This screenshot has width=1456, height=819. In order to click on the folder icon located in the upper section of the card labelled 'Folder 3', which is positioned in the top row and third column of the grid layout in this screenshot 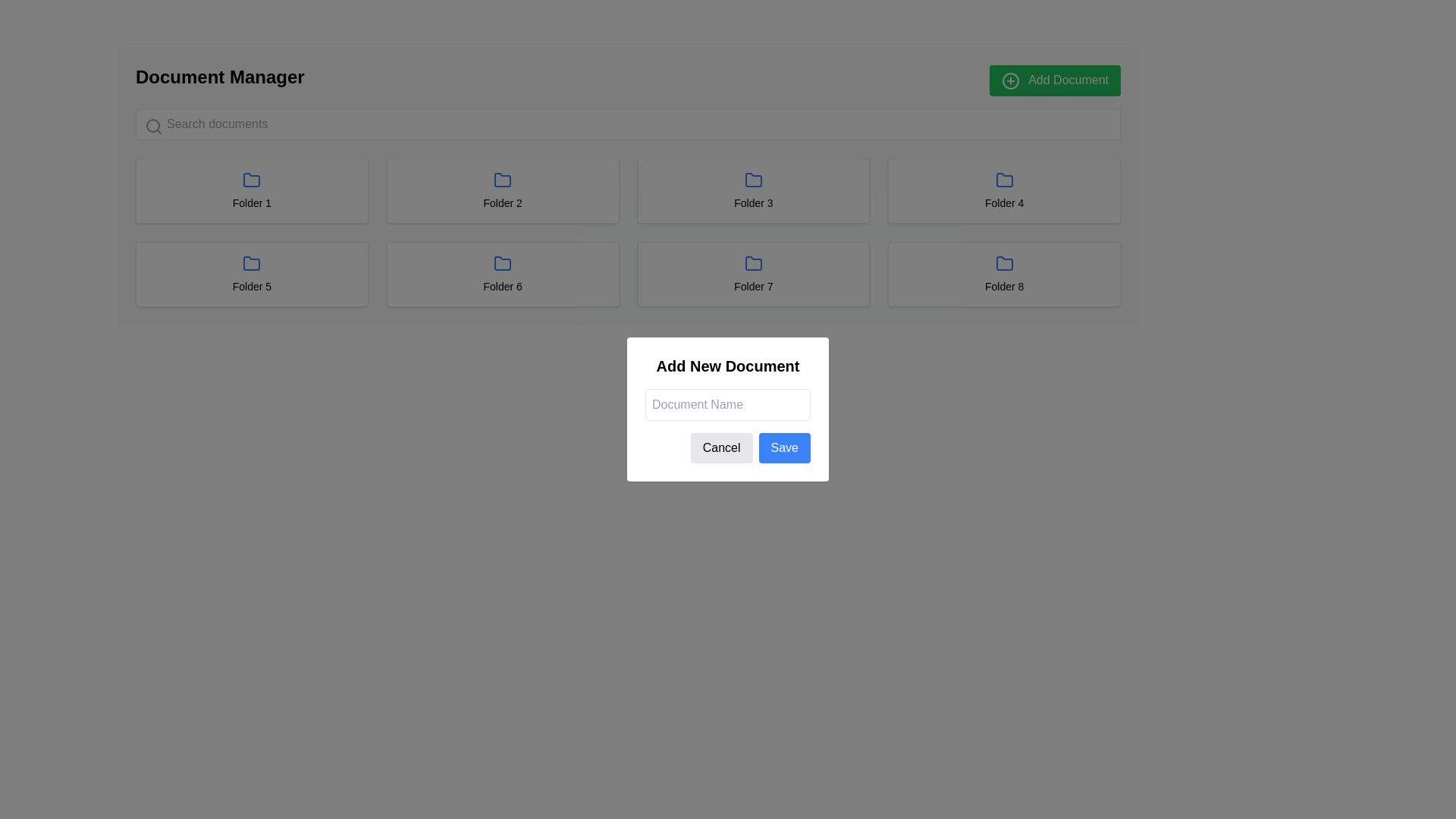, I will do `click(753, 179)`.